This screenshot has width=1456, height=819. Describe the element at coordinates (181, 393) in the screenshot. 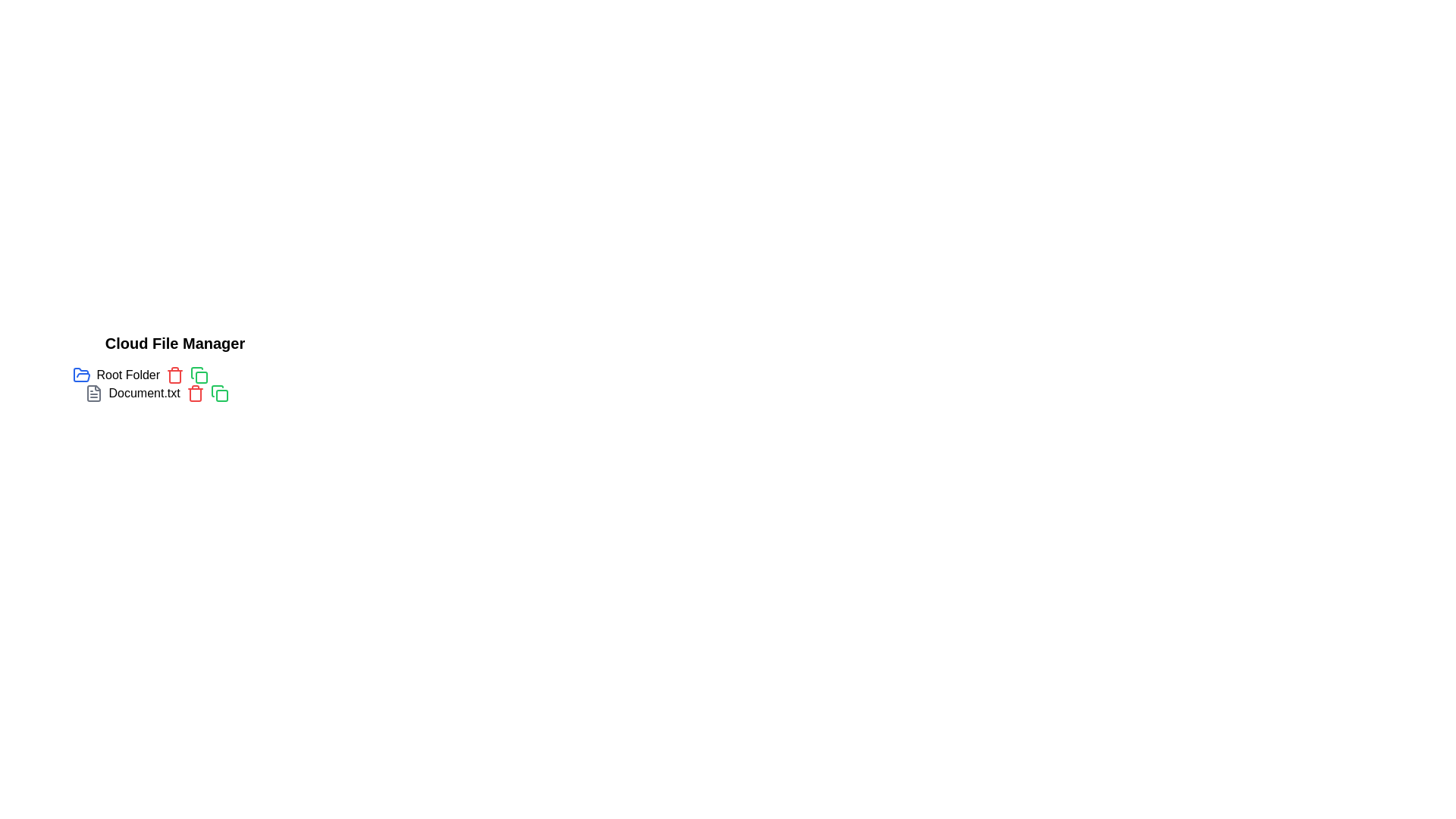

I see `the file item labeled 'Document.txt'` at that location.